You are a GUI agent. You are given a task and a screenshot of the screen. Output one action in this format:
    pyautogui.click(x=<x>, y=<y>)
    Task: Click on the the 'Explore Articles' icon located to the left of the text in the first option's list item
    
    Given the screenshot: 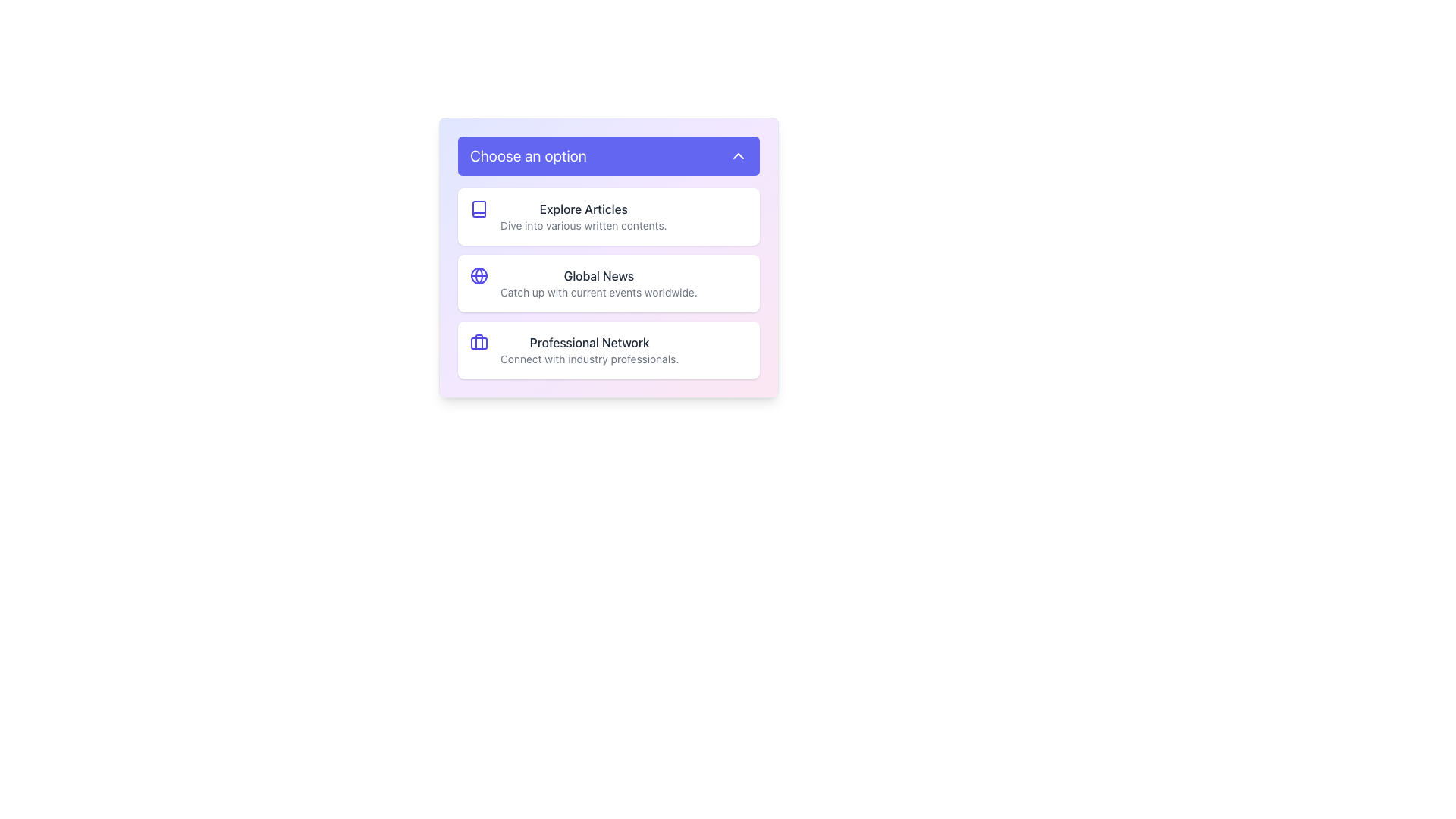 What is the action you would take?
    pyautogui.click(x=479, y=209)
    